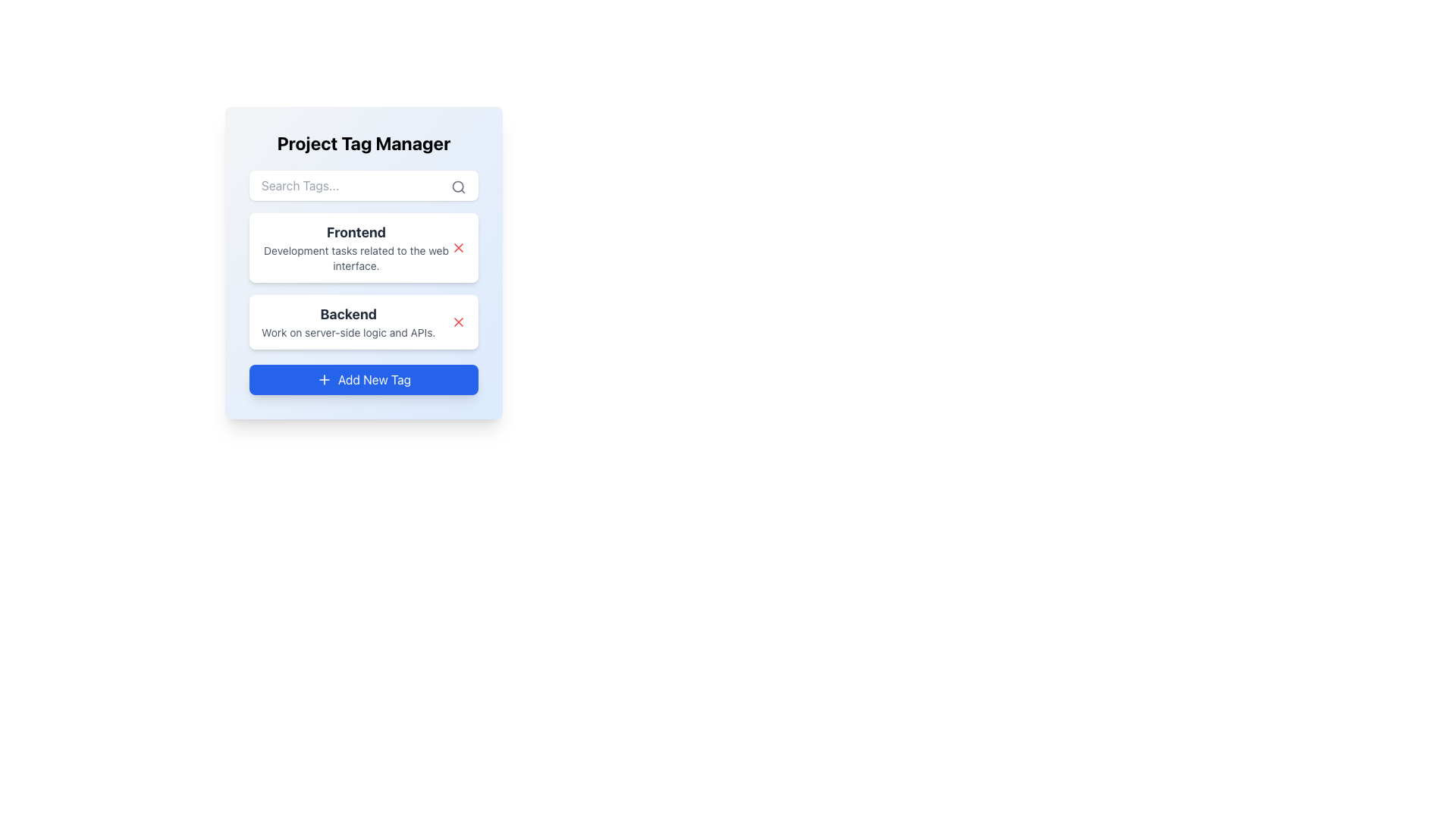 The image size is (1456, 819). What do you see at coordinates (356, 257) in the screenshot?
I see `the static text label providing supplementary information about the 'Frontend' tag, located directly below the 'Frontend' header` at bounding box center [356, 257].